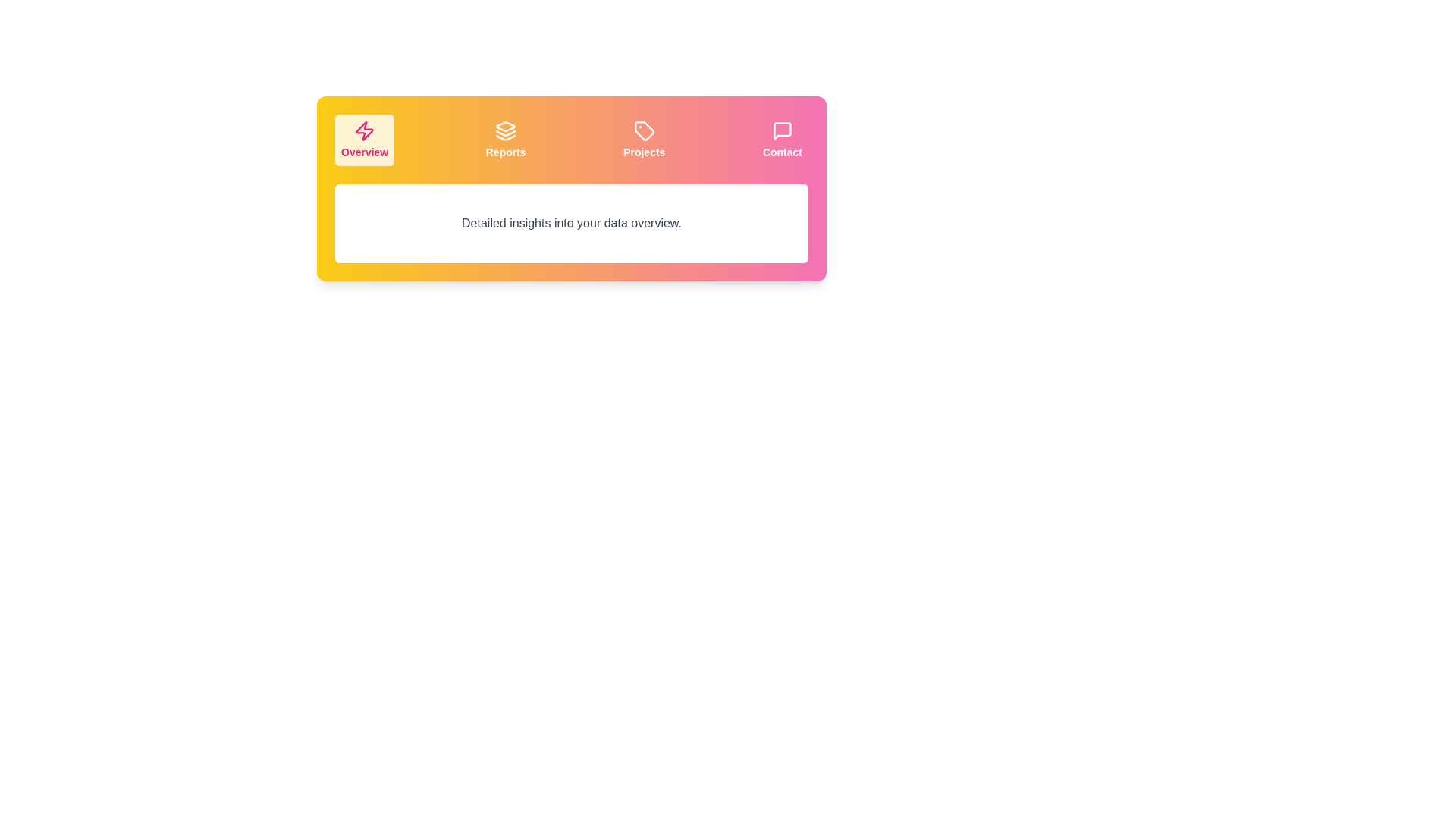  What do you see at coordinates (365, 130) in the screenshot?
I see `the 'Overview' icon located on the leftmost side of the gradient bar, above the 'Overview' label` at bounding box center [365, 130].